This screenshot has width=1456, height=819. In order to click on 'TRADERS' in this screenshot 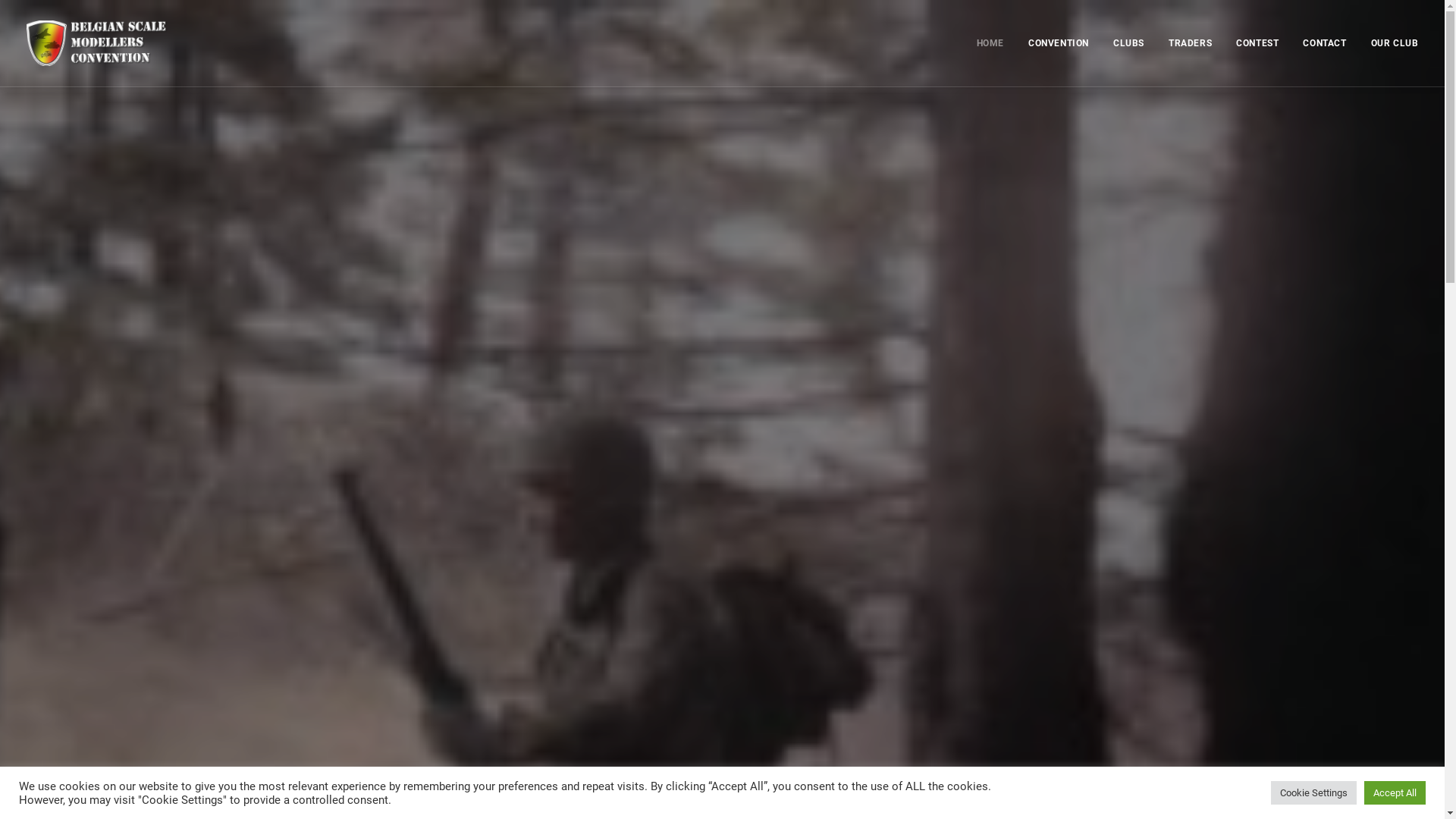, I will do `click(1189, 42)`.